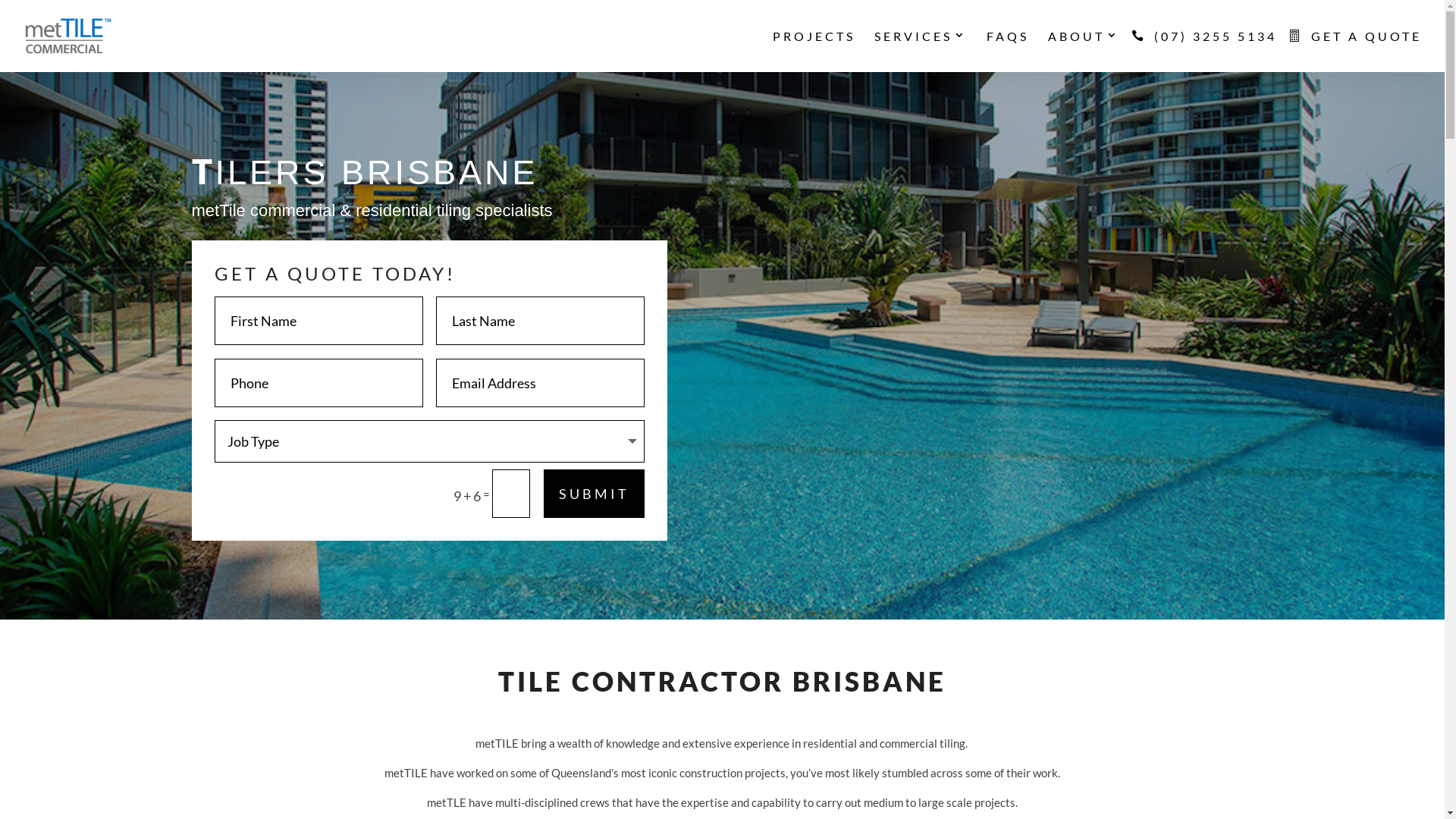  Describe the element at coordinates (1083, 51) in the screenshot. I see `'ABOUT'` at that location.